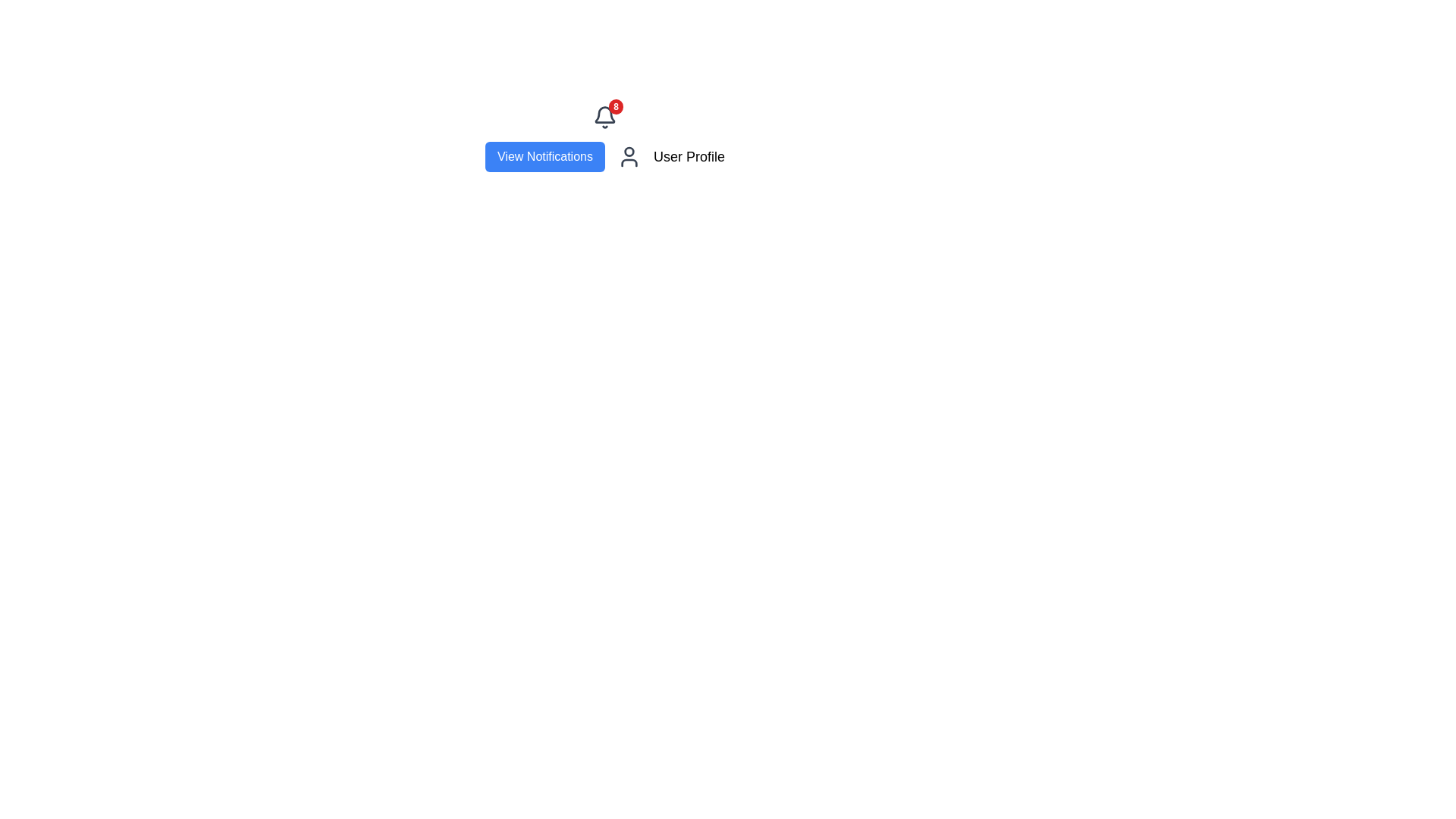 This screenshot has width=1456, height=819. I want to click on the Notification badge, a small circular badge with a red background and white text displaying the number '8', located at the top-right corner of the notification bell icon, so click(616, 106).